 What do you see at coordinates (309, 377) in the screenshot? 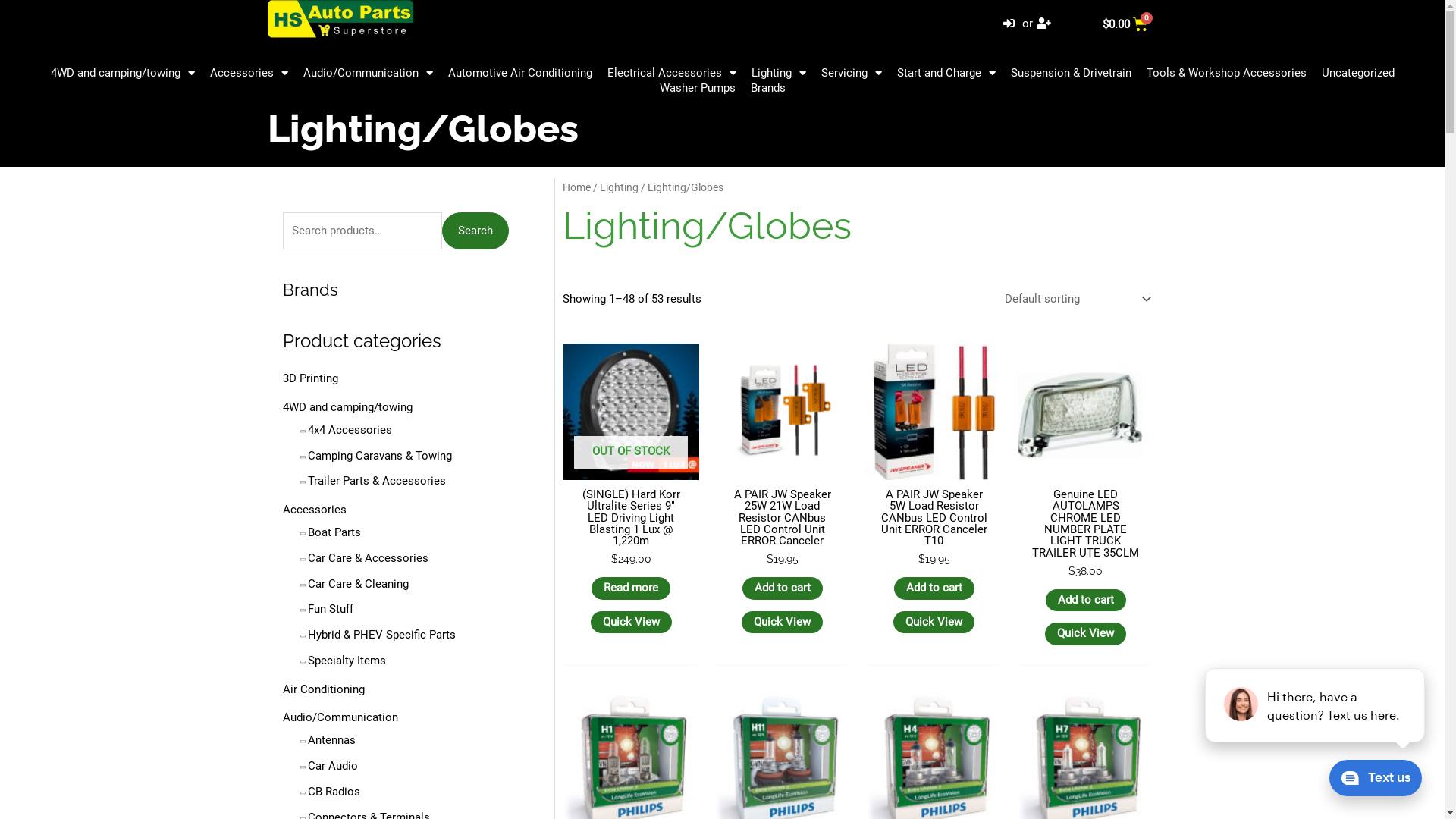
I see `'3D Printing'` at bounding box center [309, 377].